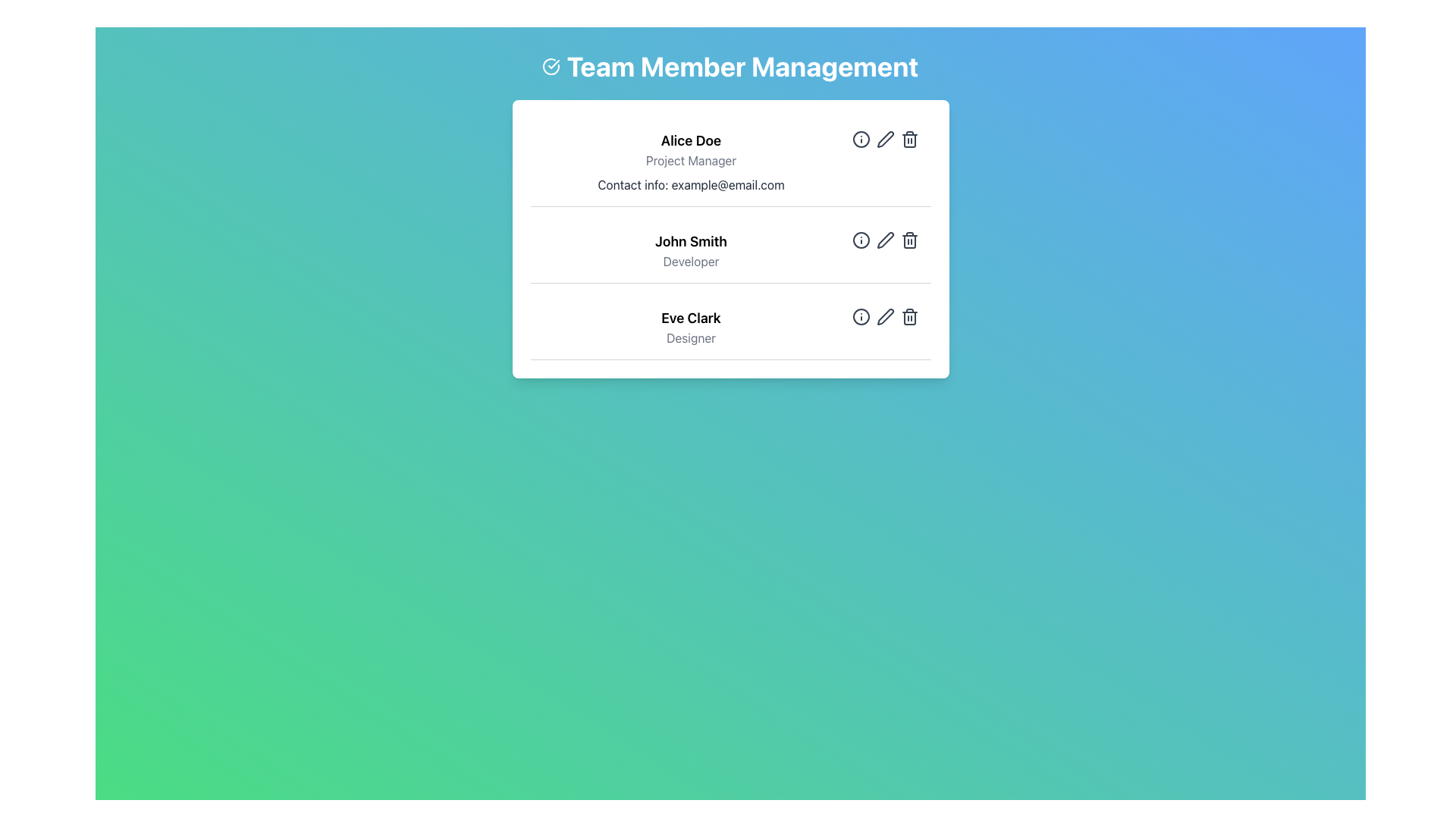 The width and height of the screenshot is (1456, 819). I want to click on the trash bin icon button, which is the third button on the right in the row of actions for 'John Smith', so click(909, 239).